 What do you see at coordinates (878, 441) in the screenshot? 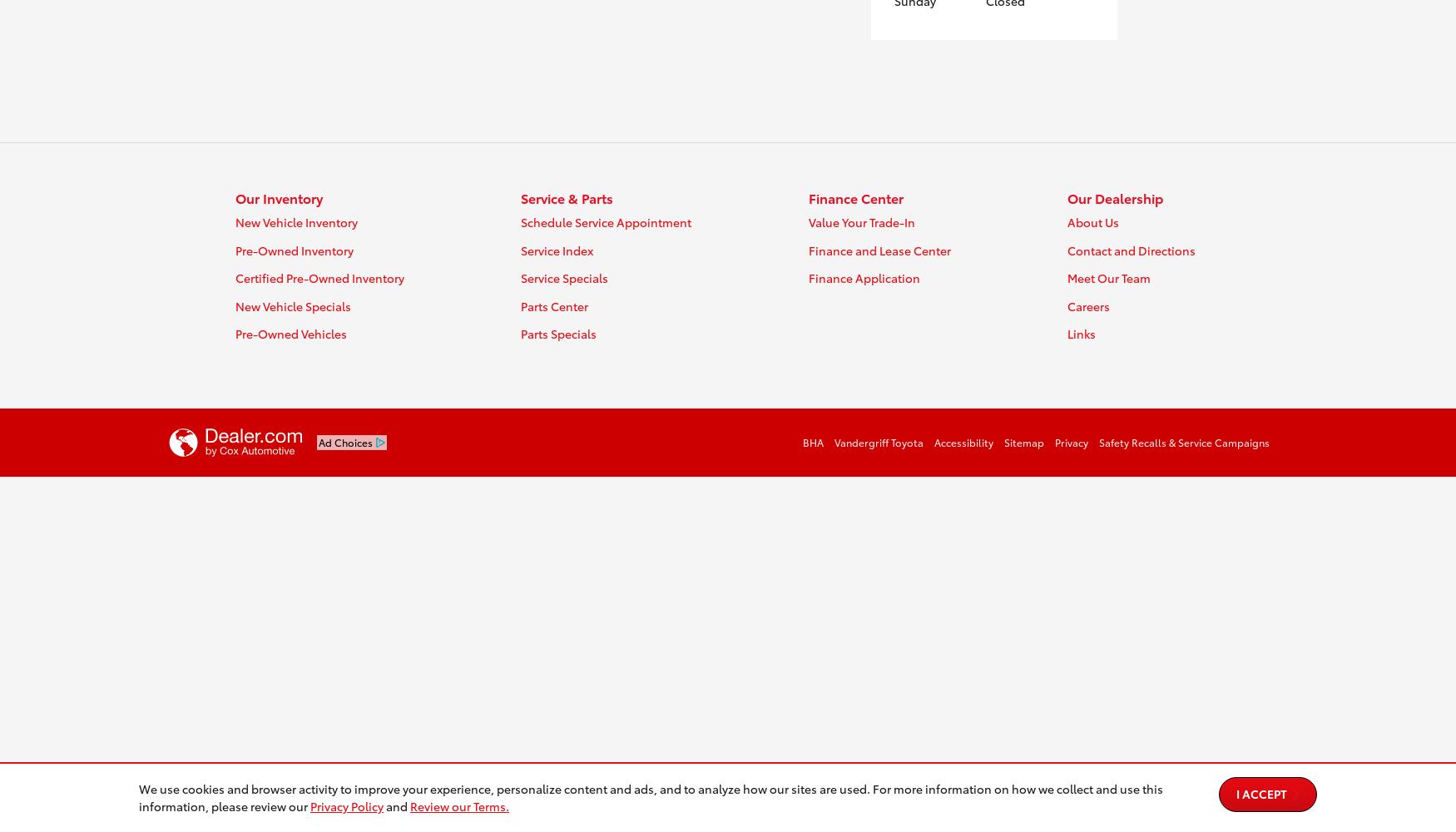
I see `'Vandergriff Toyota'` at bounding box center [878, 441].